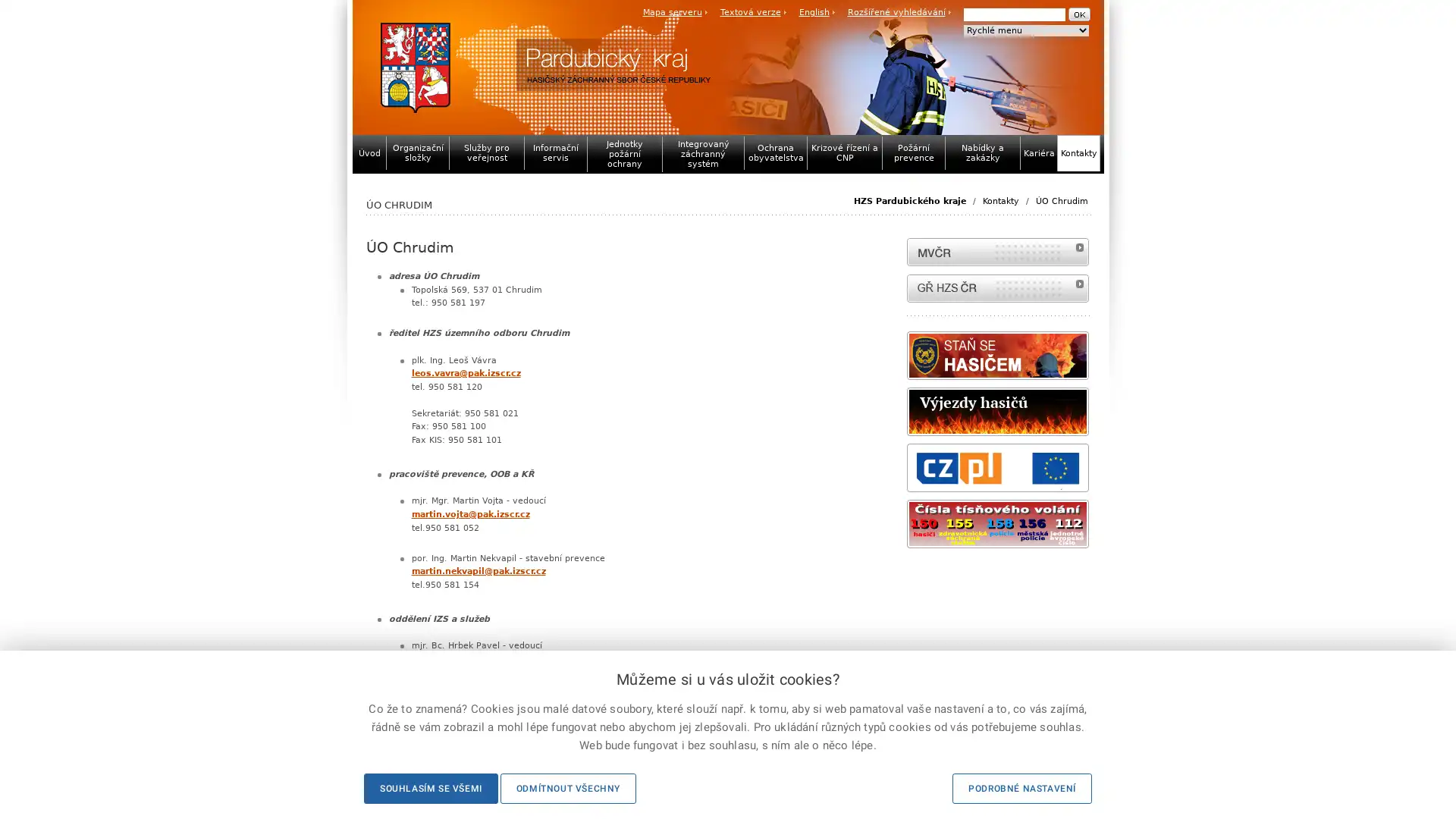 The height and width of the screenshot is (819, 1456). I want to click on ODMITNOUT VSECHNY, so click(566, 788).